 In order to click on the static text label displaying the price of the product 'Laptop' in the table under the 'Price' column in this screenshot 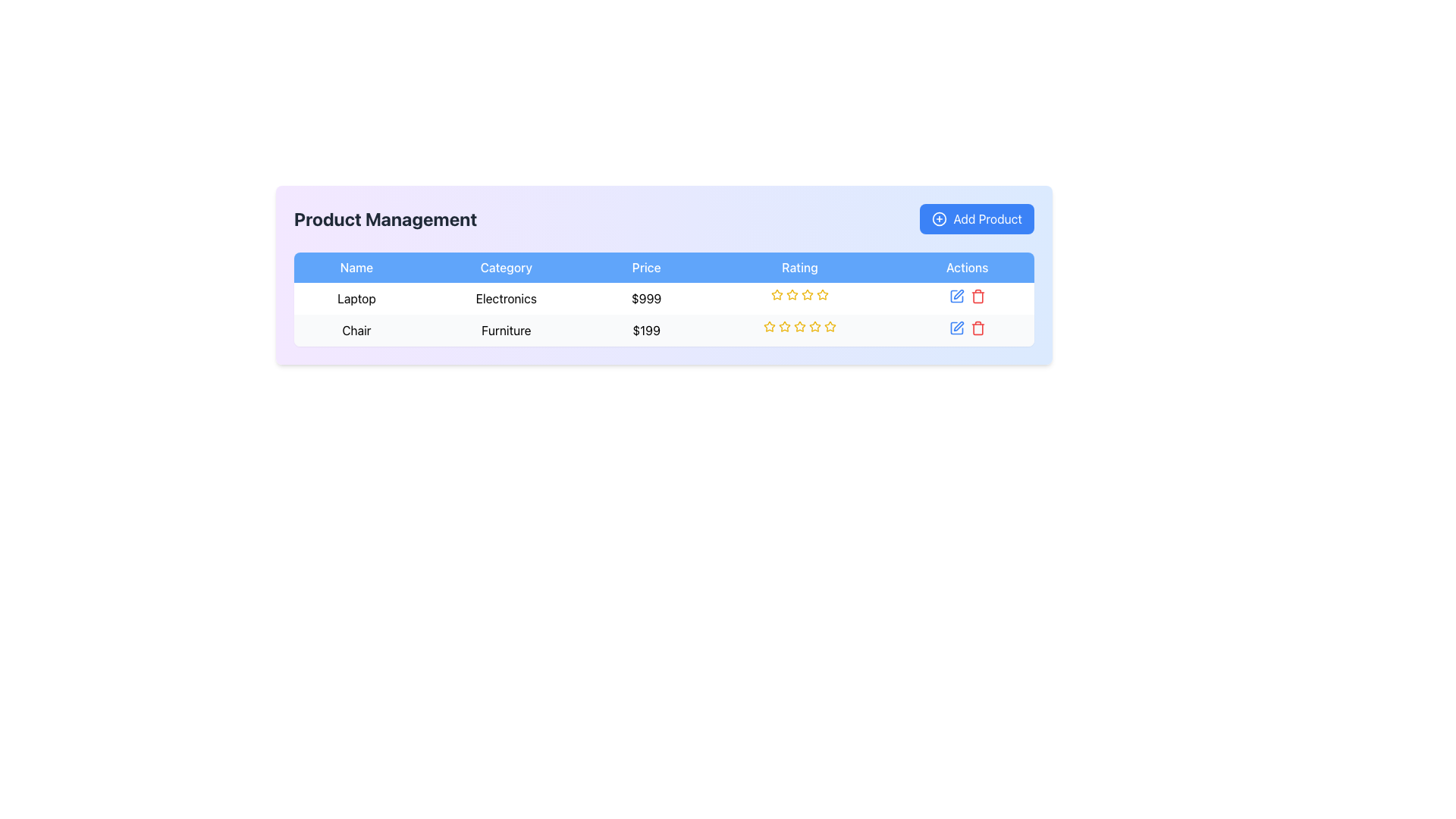, I will do `click(646, 298)`.